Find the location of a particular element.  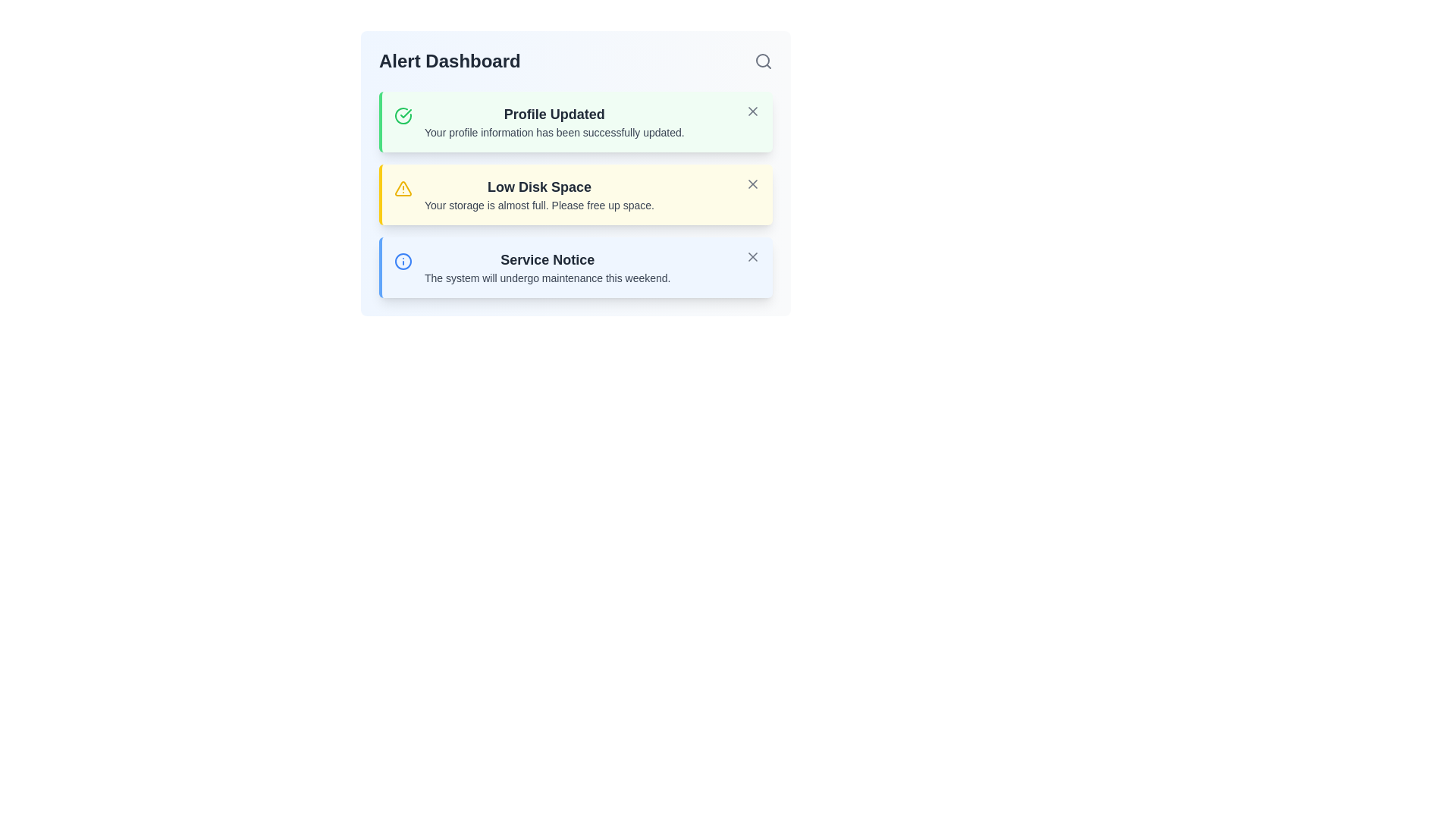

the informational icon is located at coordinates (403, 260).